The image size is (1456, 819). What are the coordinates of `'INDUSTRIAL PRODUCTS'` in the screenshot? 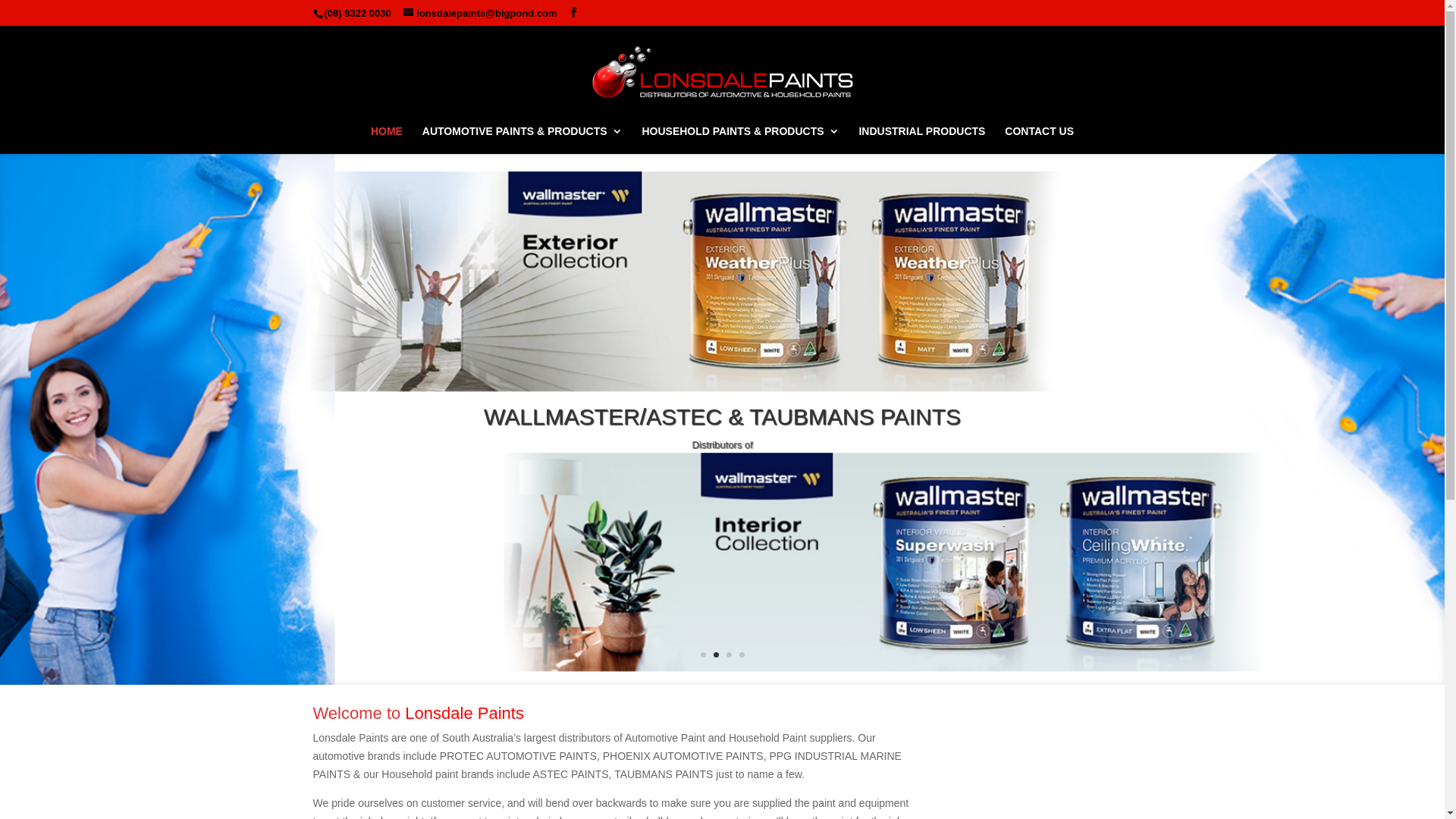 It's located at (921, 140).